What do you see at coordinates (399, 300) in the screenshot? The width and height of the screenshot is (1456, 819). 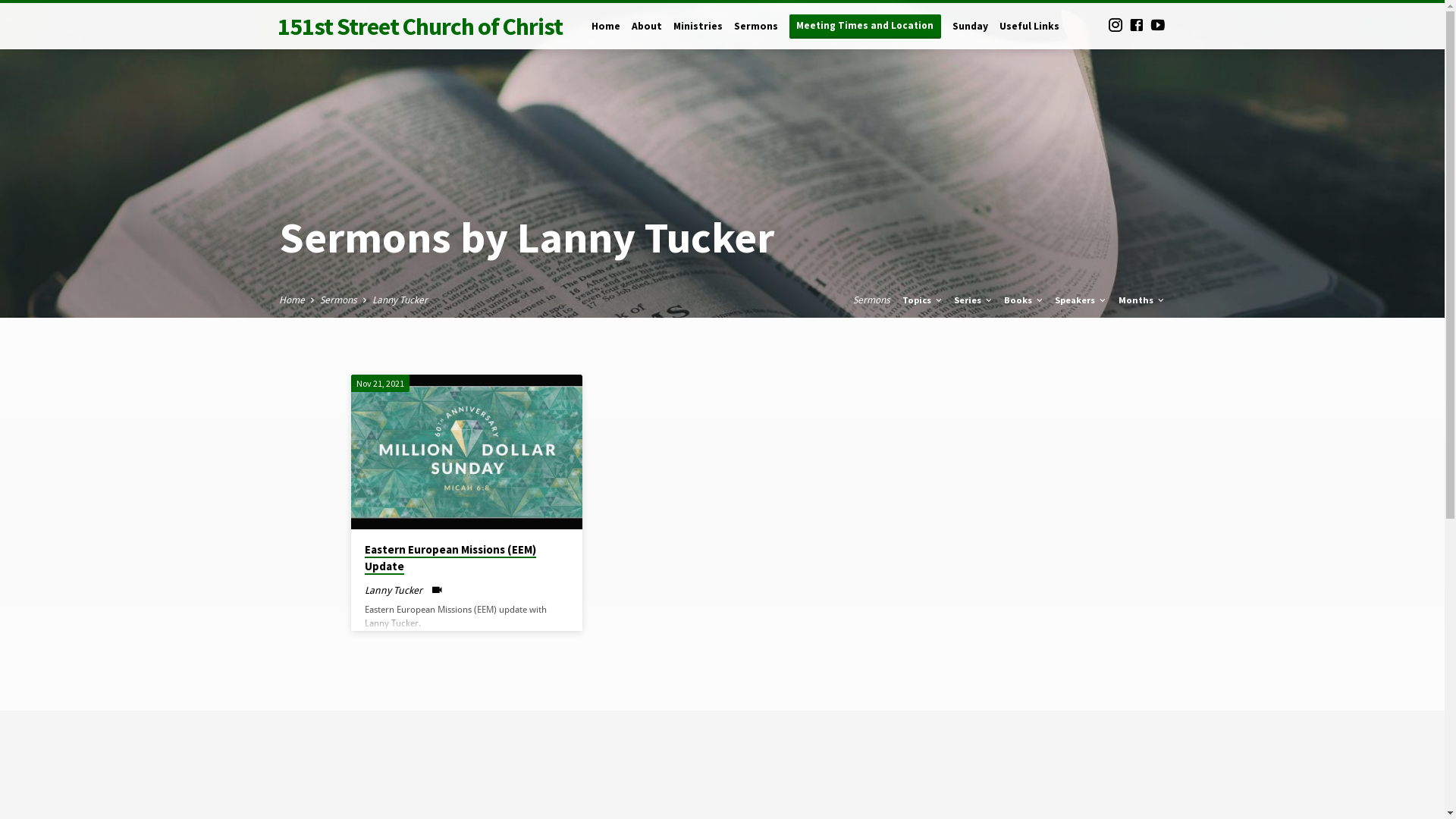 I see `'Lanny Tucker'` at bounding box center [399, 300].